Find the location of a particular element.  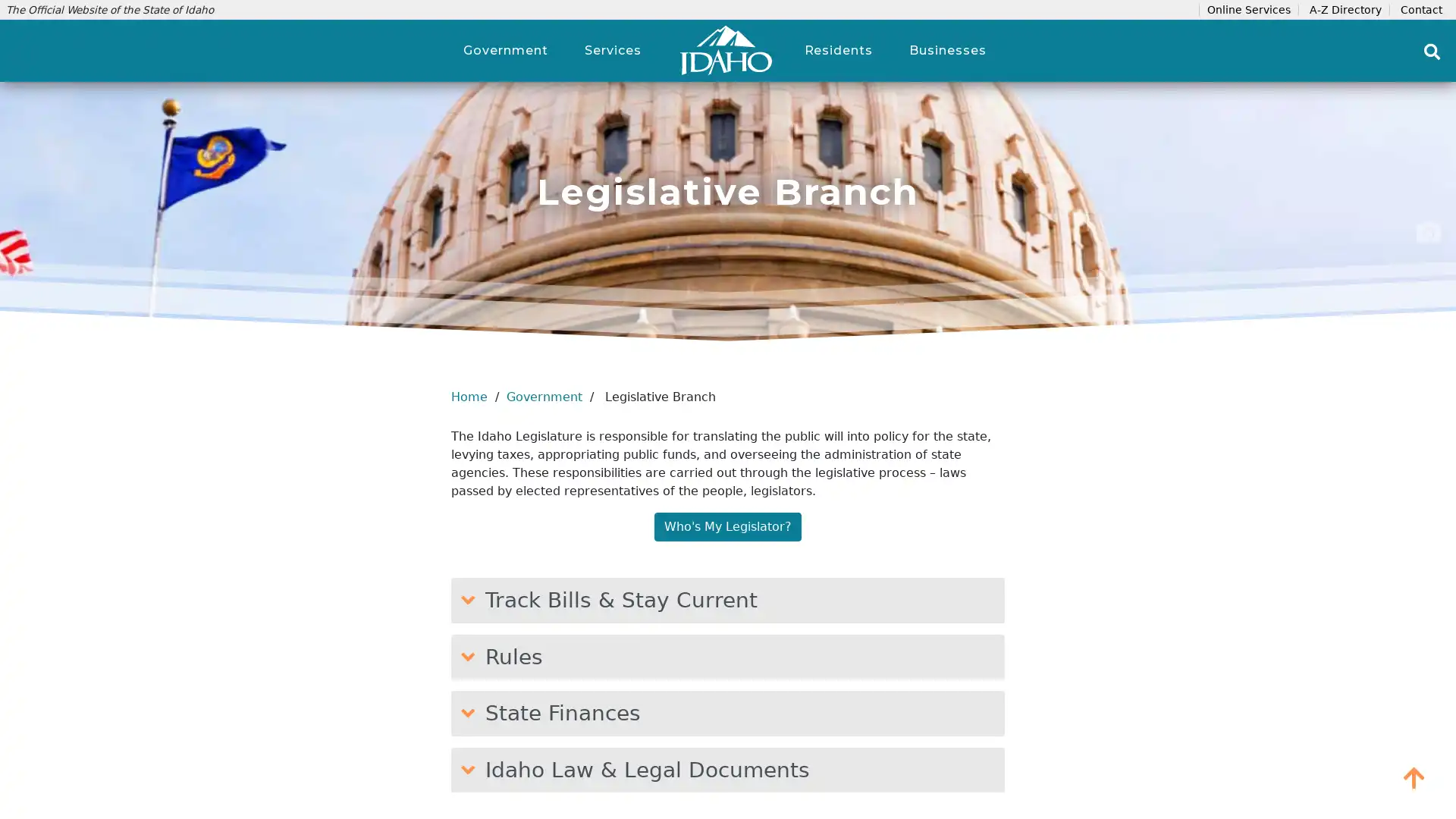

Search is located at coordinates (1432, 51).